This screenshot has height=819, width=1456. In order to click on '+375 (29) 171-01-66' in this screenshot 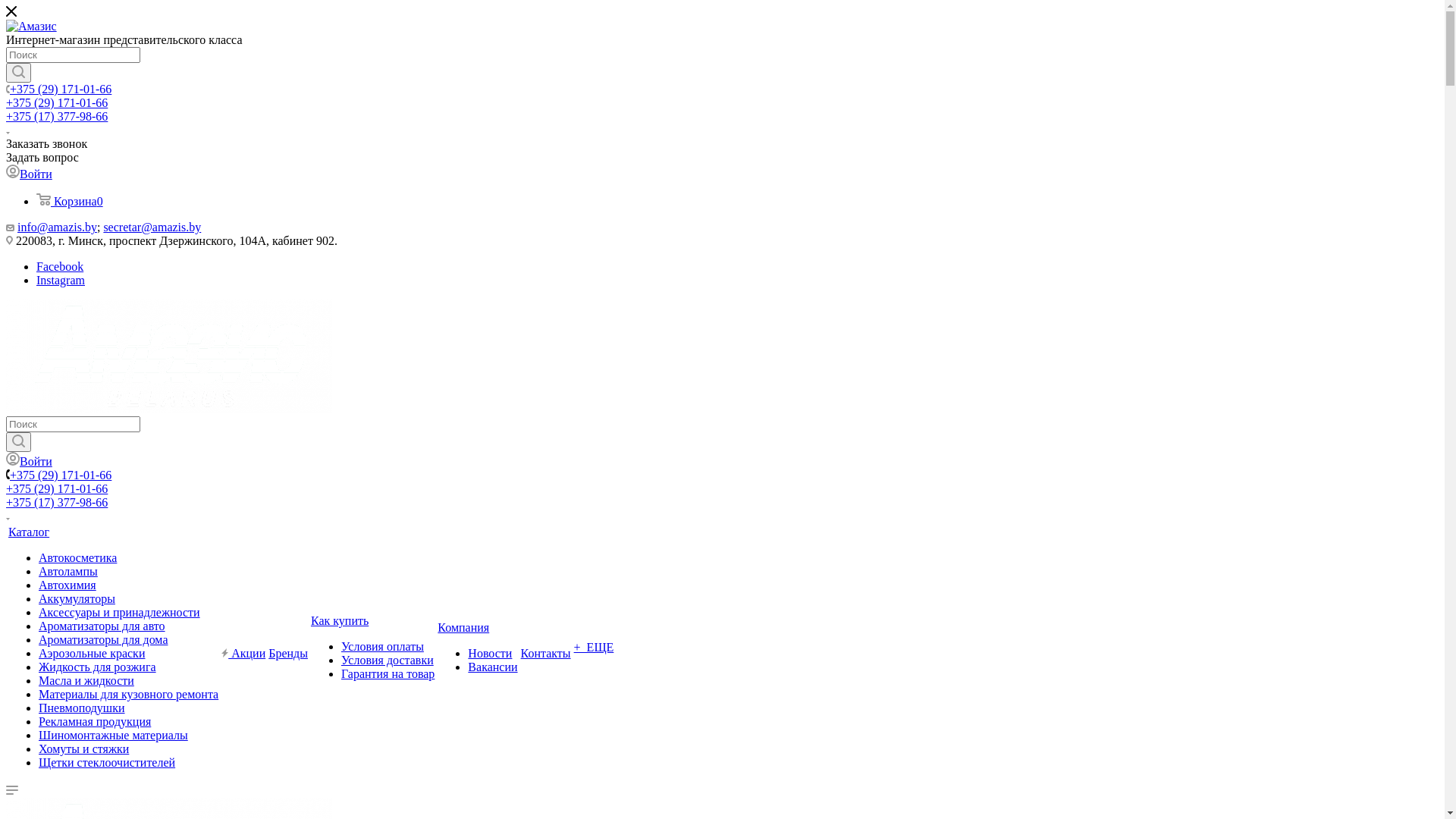, I will do `click(61, 474)`.